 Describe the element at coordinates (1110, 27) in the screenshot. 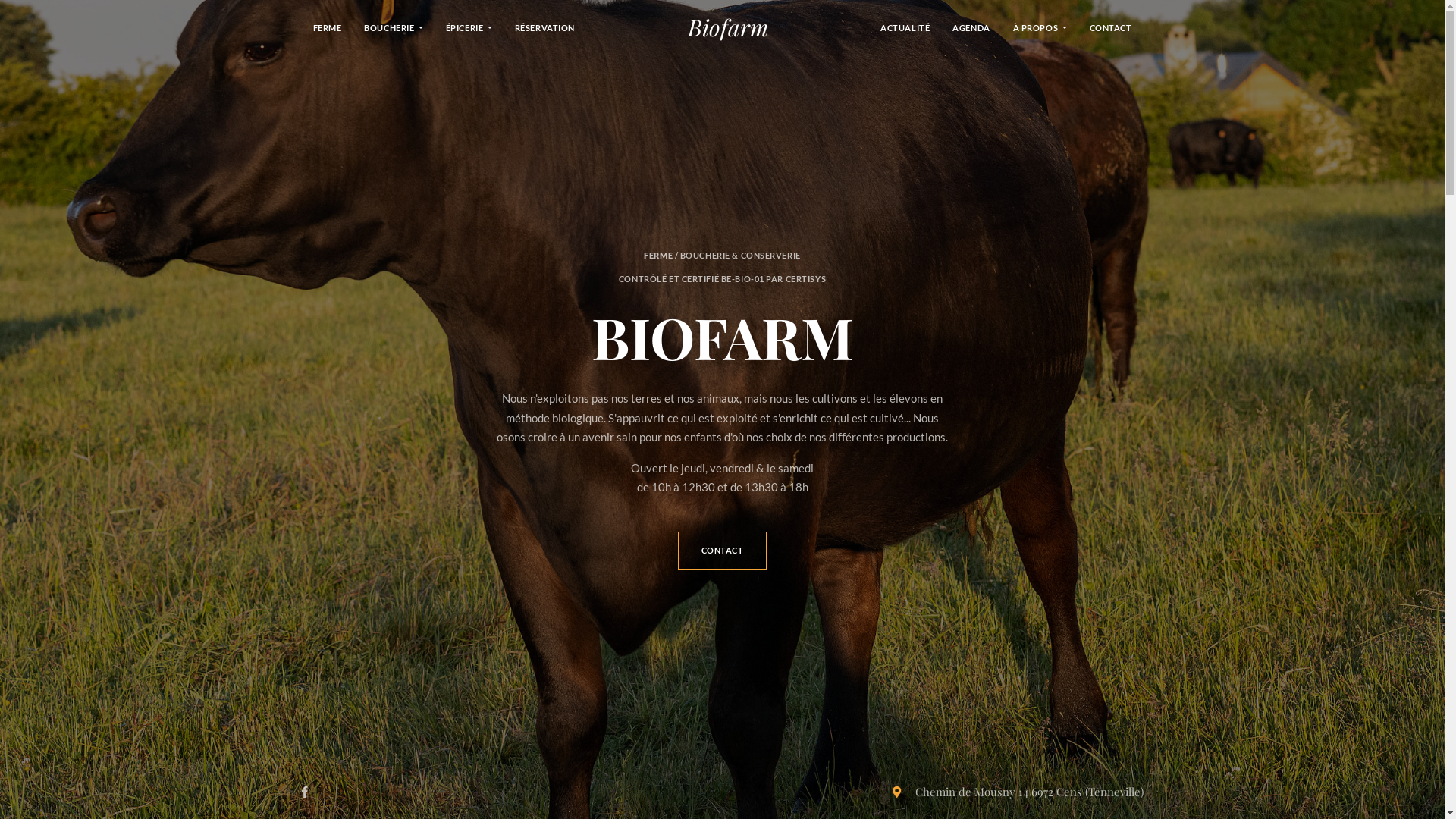

I see `'CONTACT'` at that location.